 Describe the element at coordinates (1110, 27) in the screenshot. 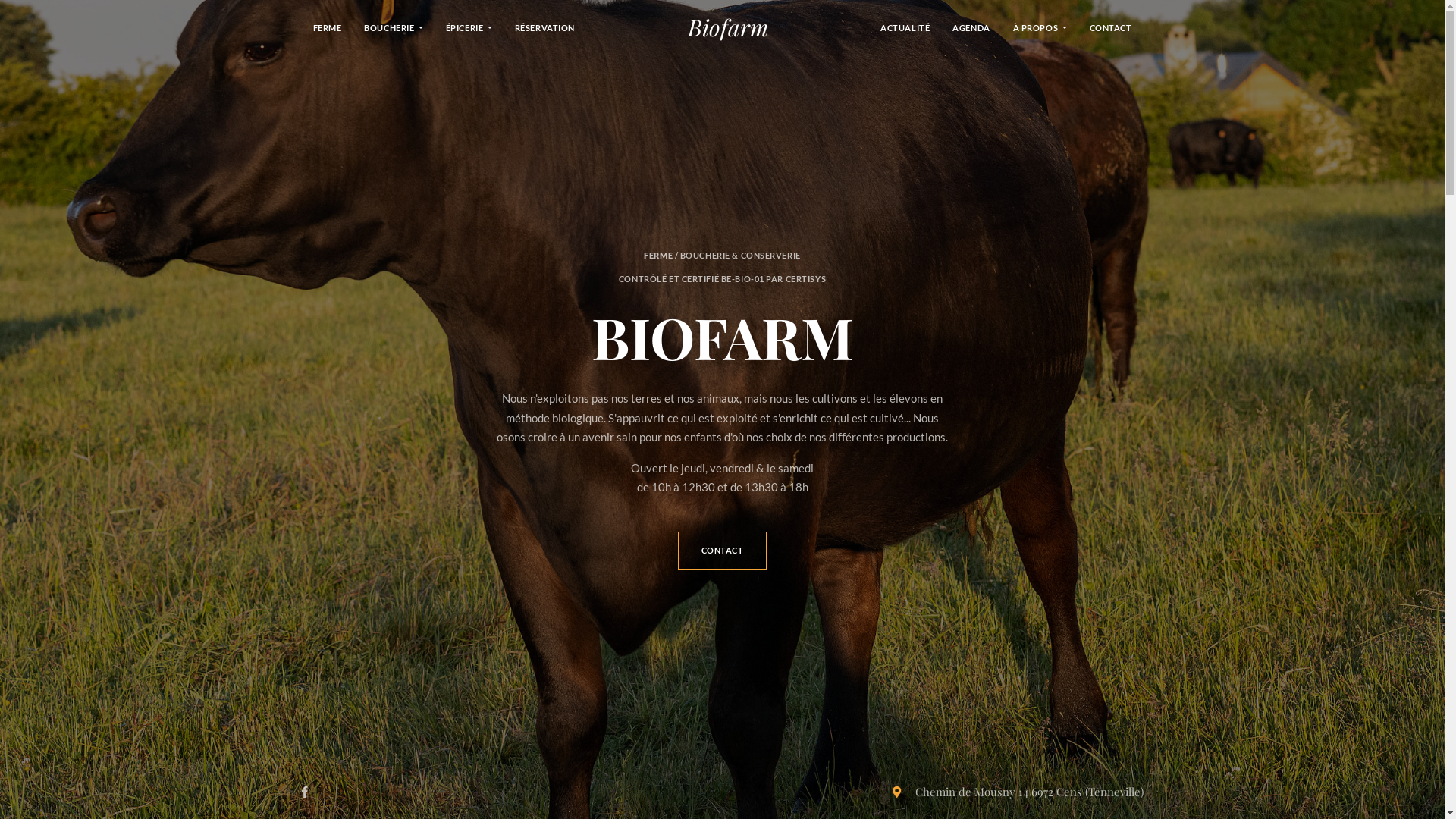

I see `'CONTACT'` at that location.